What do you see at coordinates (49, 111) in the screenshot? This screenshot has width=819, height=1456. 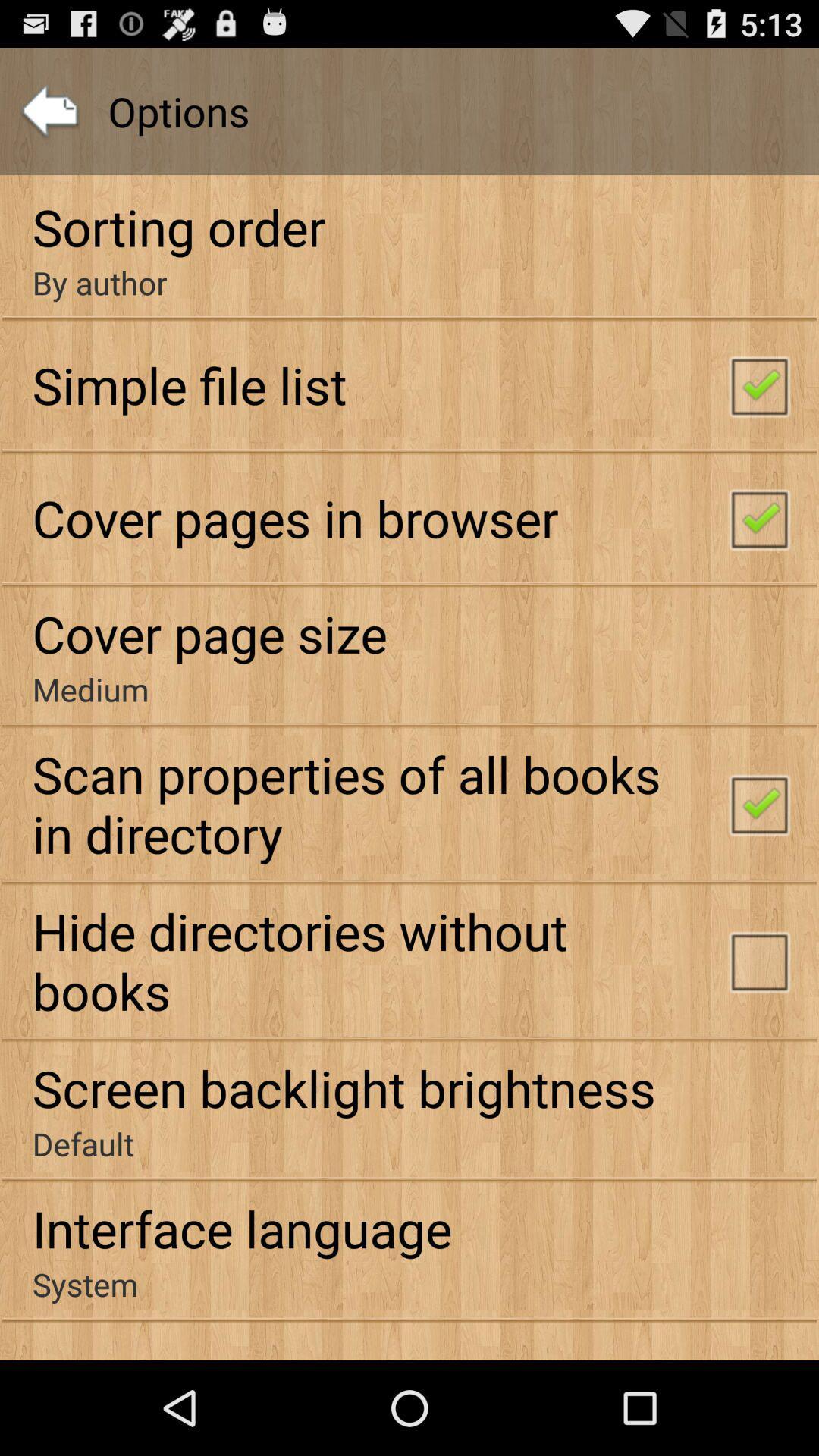 I see `the icon next to the options item` at bounding box center [49, 111].